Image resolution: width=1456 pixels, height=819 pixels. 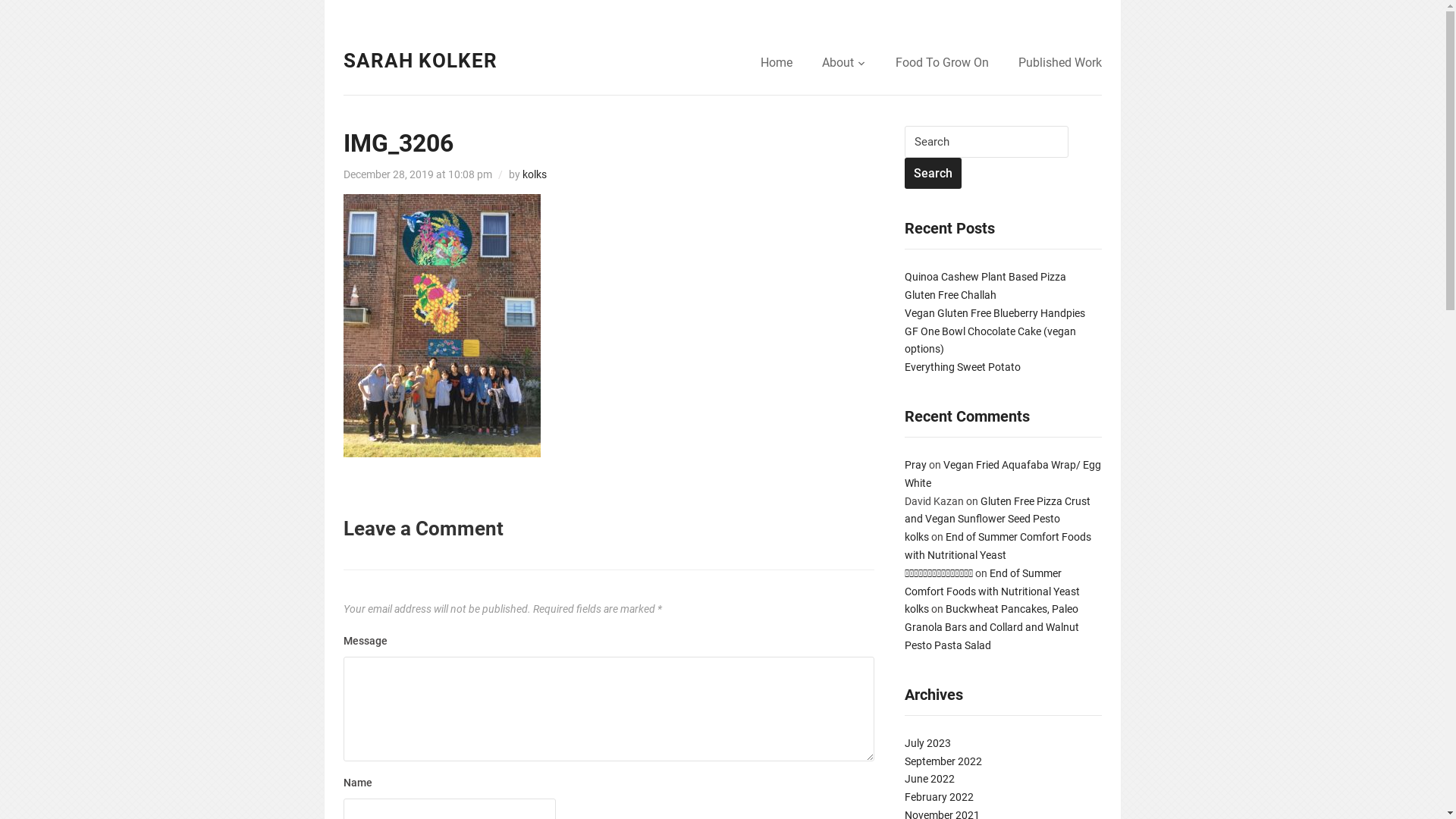 What do you see at coordinates (775, 63) in the screenshot?
I see `'Home'` at bounding box center [775, 63].